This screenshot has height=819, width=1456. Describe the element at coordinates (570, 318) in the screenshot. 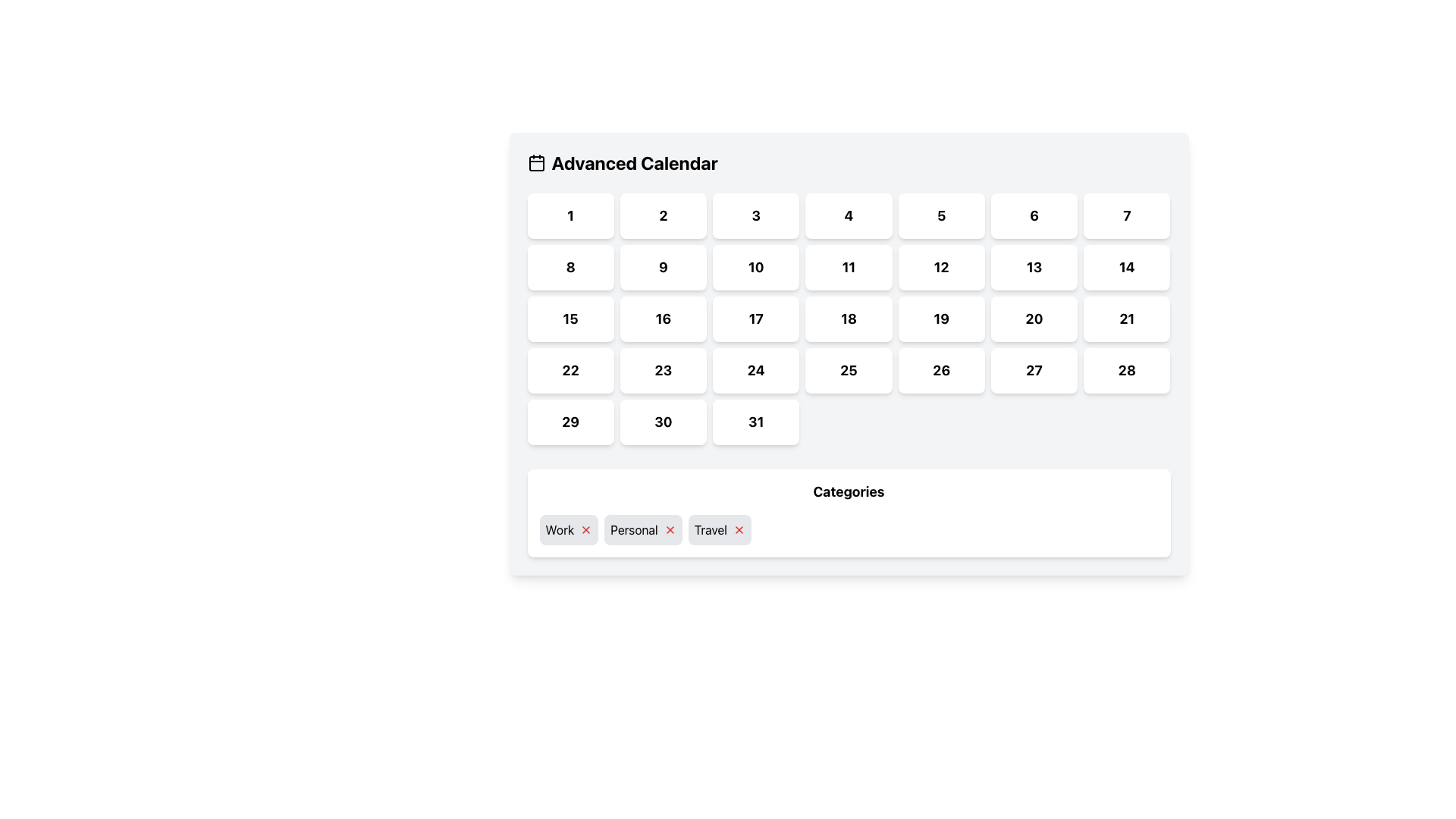

I see `the rectangular button with the bold number '15' in the Advanced Calendar section to trigger its highlighted state` at that location.